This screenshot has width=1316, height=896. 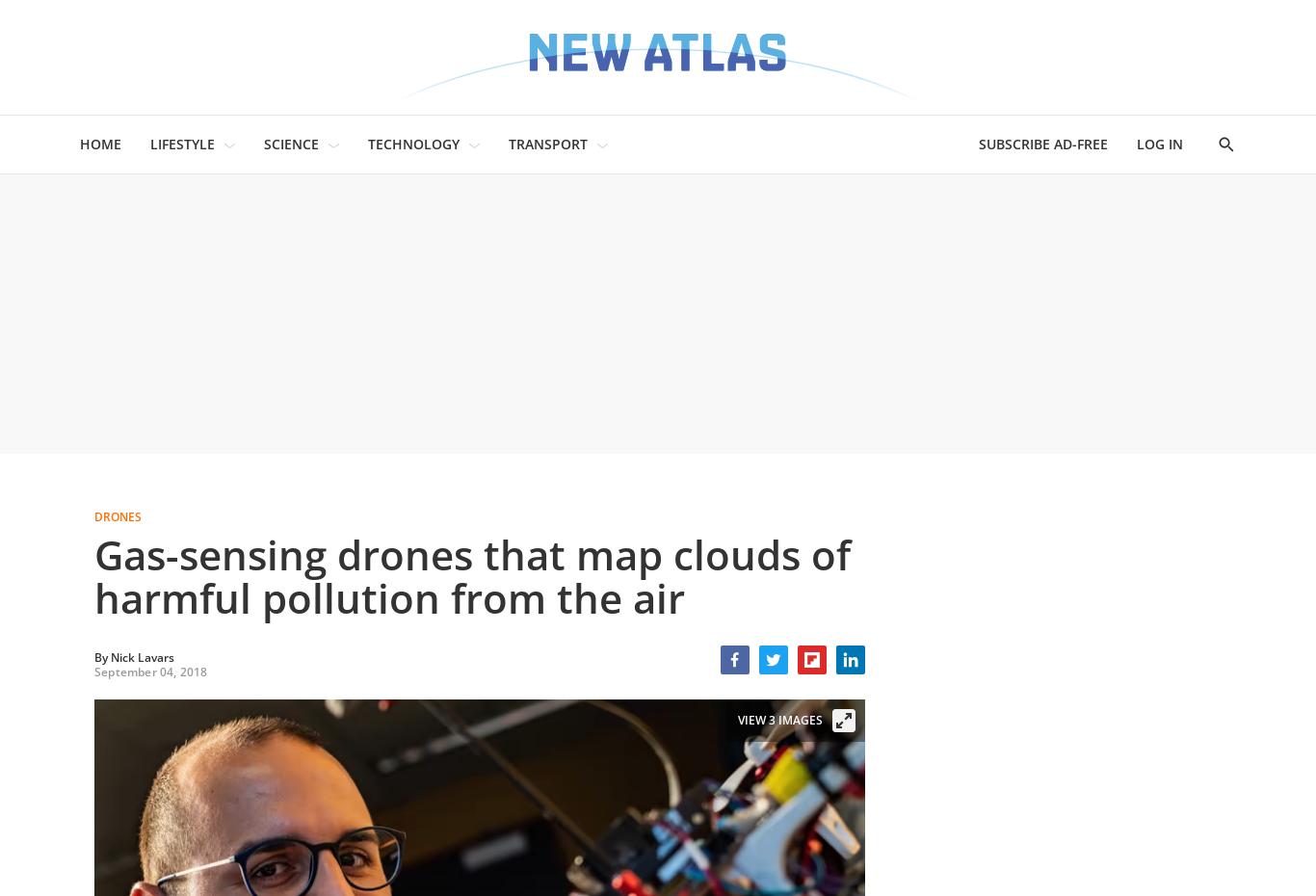 I want to click on 'Drones', so click(x=117, y=515).